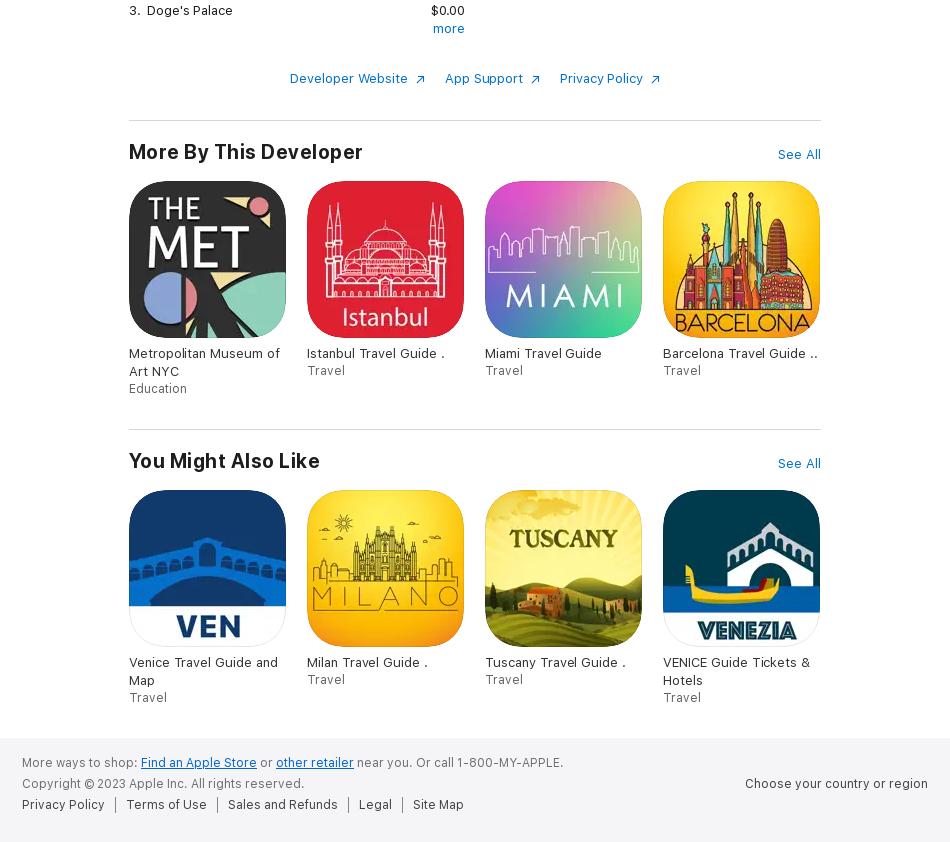  What do you see at coordinates (374, 352) in the screenshot?
I see `'Istanbul Travel Guide .'` at bounding box center [374, 352].